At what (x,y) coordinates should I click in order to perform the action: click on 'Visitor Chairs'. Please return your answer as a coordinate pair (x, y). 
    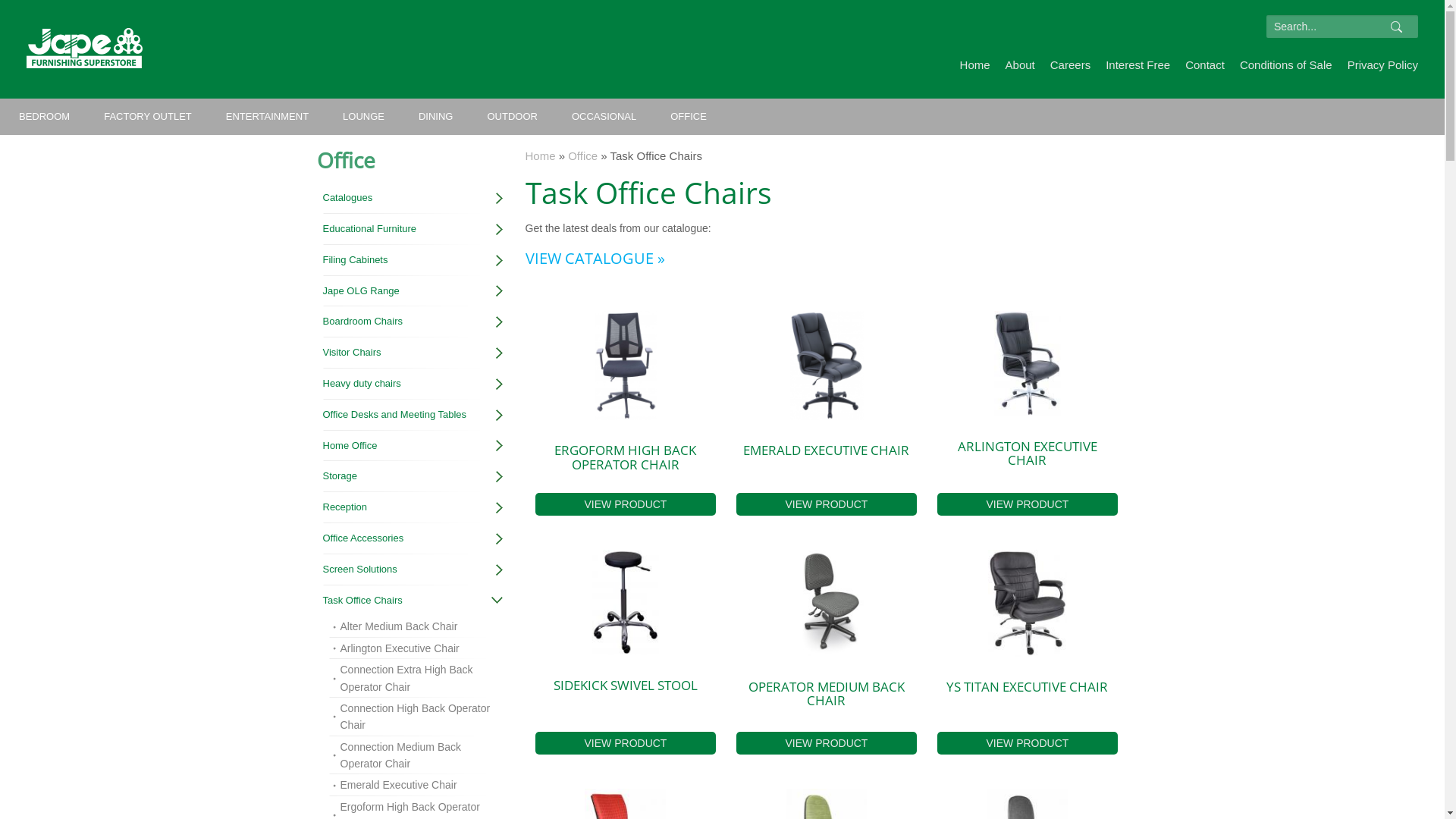
    Looking at the image, I should click on (322, 353).